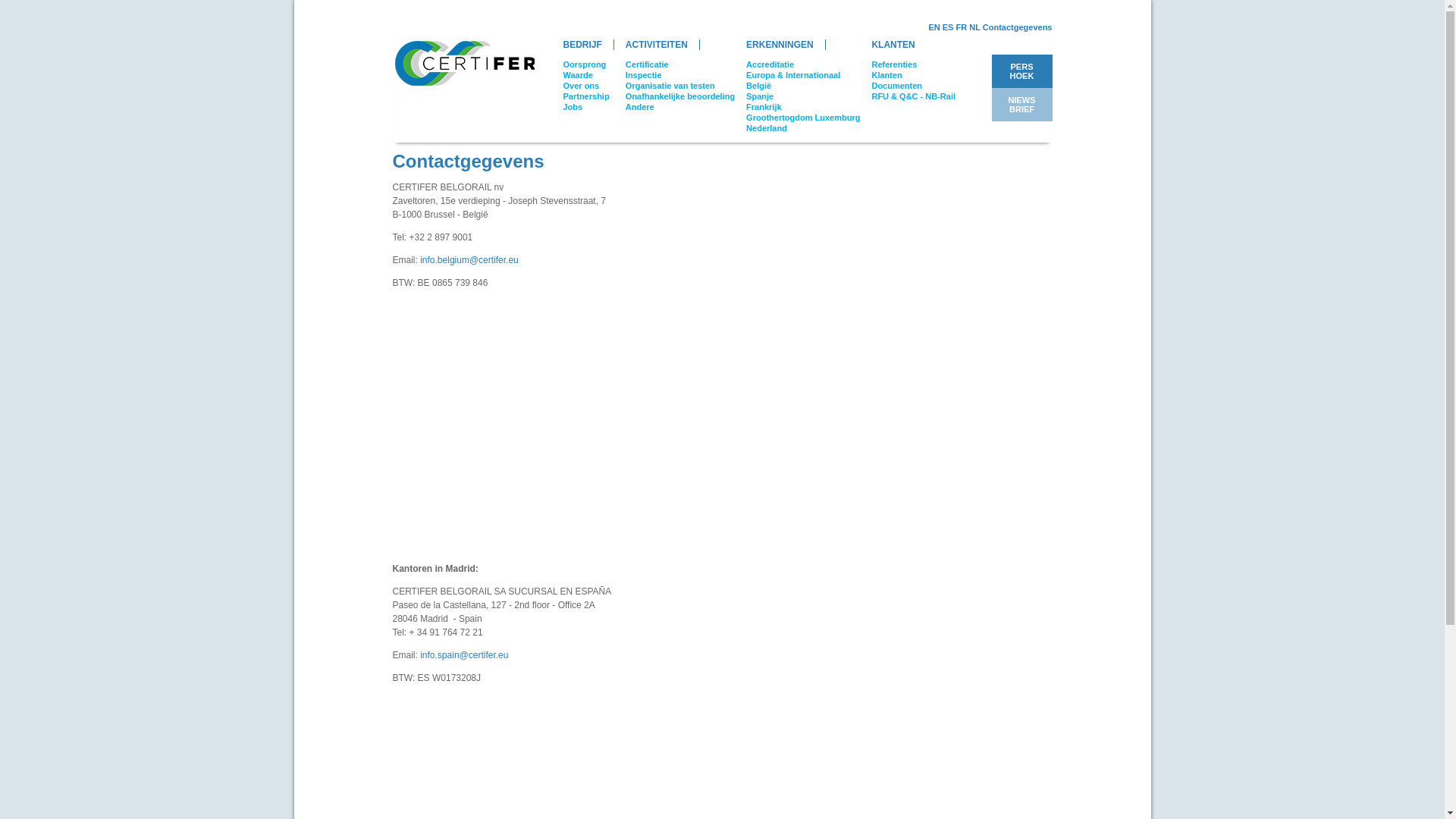 The image size is (1456, 819). I want to click on 'Frankrijk', so click(745, 106).